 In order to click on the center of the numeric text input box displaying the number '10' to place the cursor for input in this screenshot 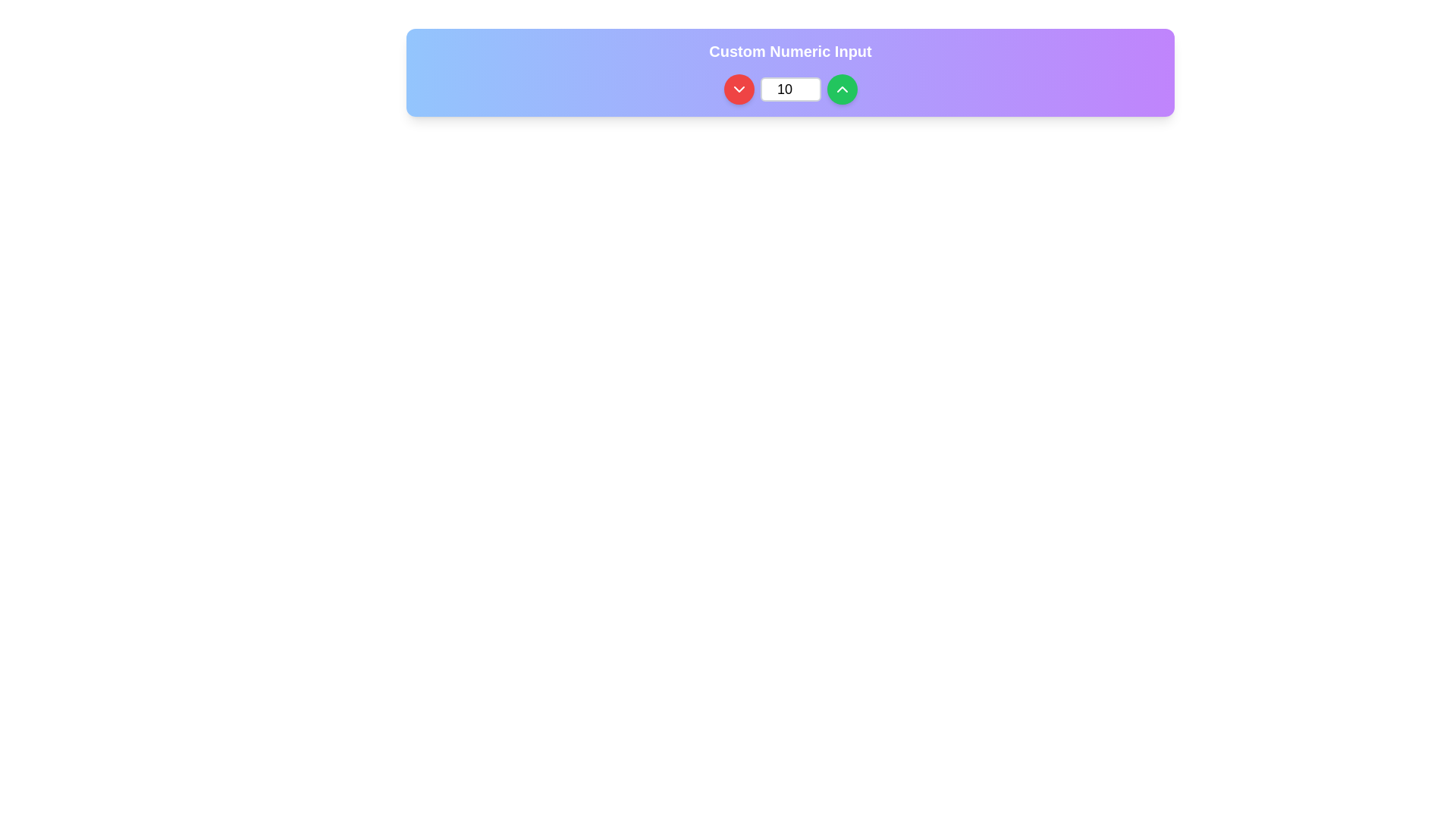, I will do `click(789, 89)`.